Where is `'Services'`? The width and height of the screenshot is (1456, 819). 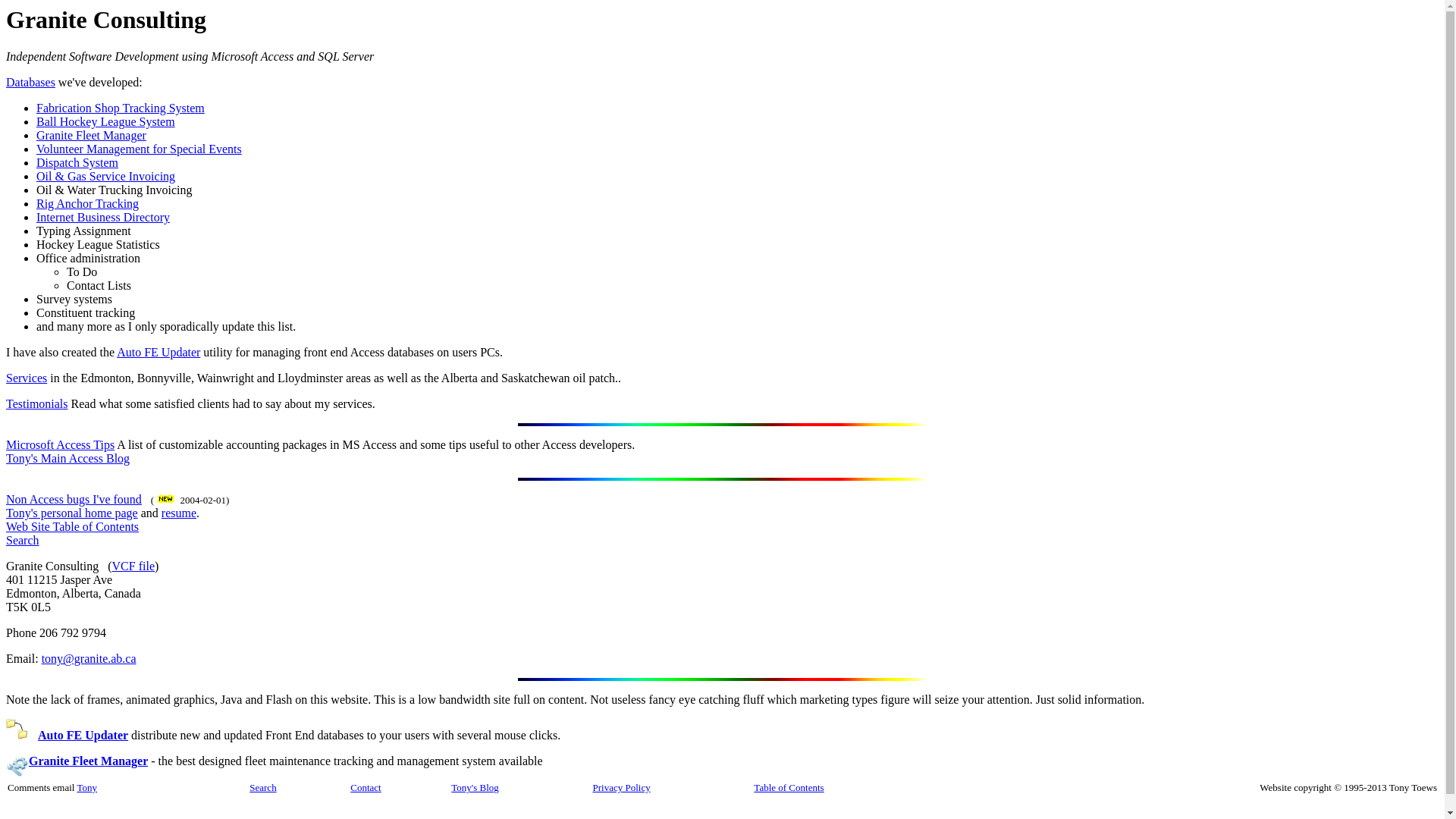
'Services' is located at coordinates (26, 377).